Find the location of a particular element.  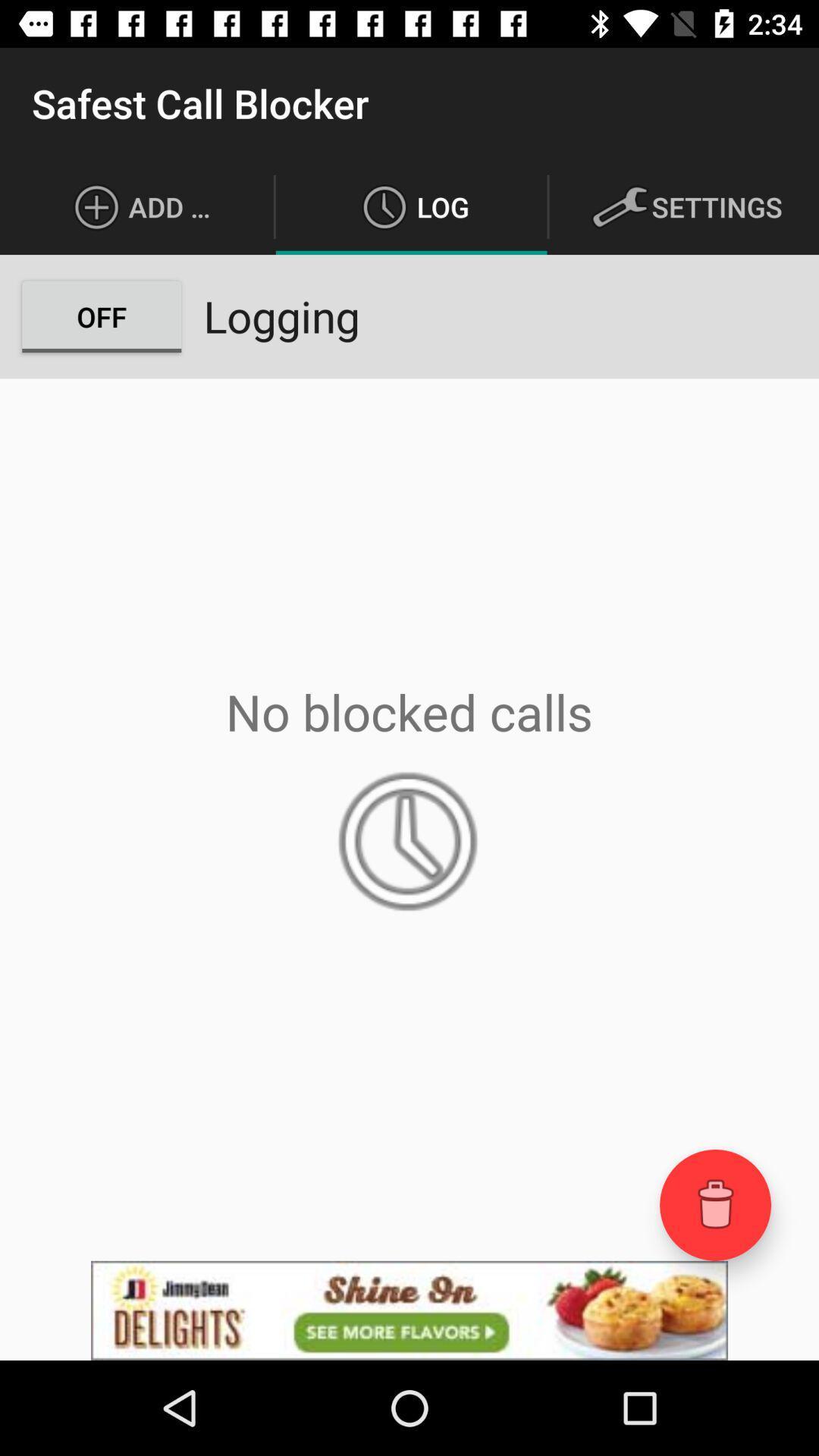

delete selection is located at coordinates (715, 1204).